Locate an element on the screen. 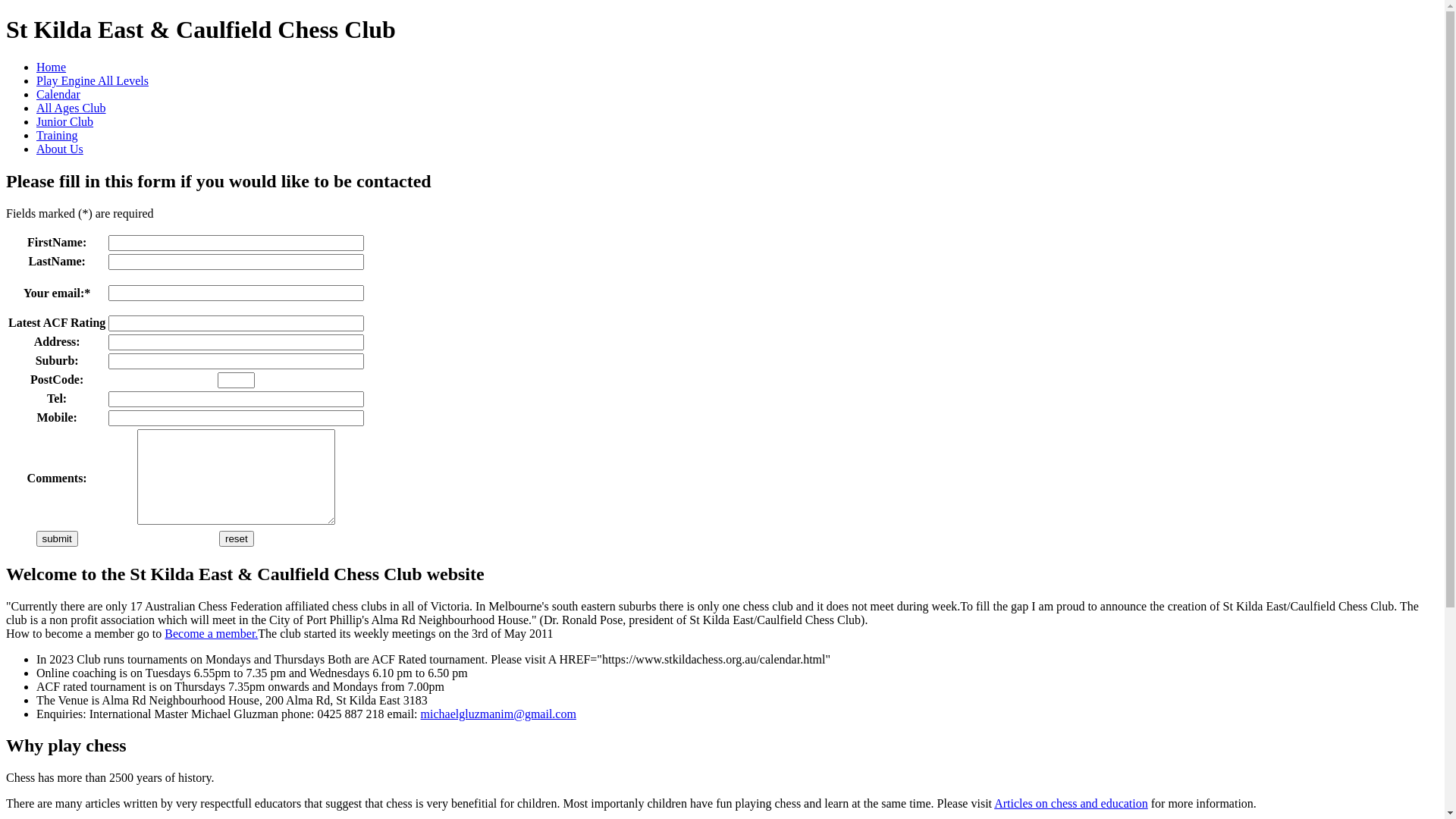 This screenshot has height=819, width=1456. 'Junior Club' is located at coordinates (64, 121).